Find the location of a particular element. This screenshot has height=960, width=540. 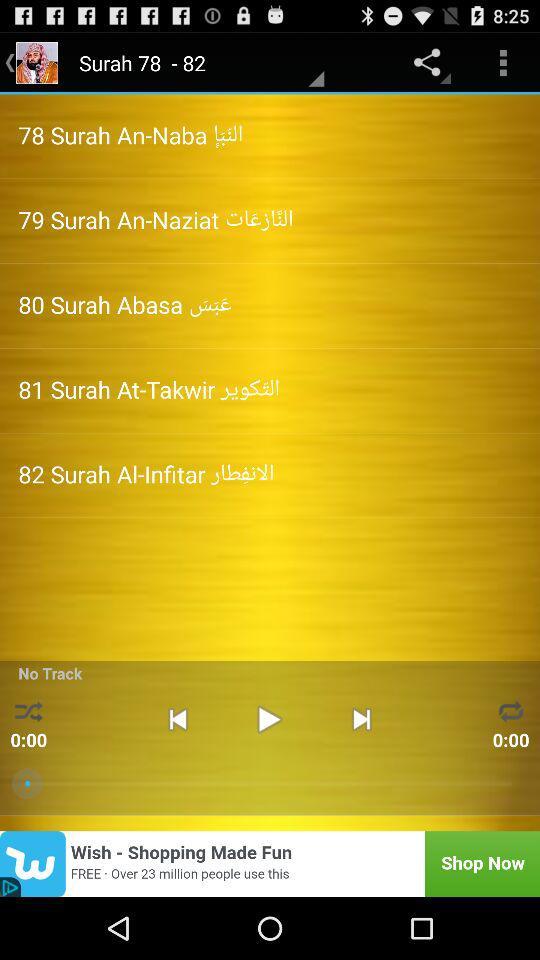

the skip_previous icon is located at coordinates (177, 768).